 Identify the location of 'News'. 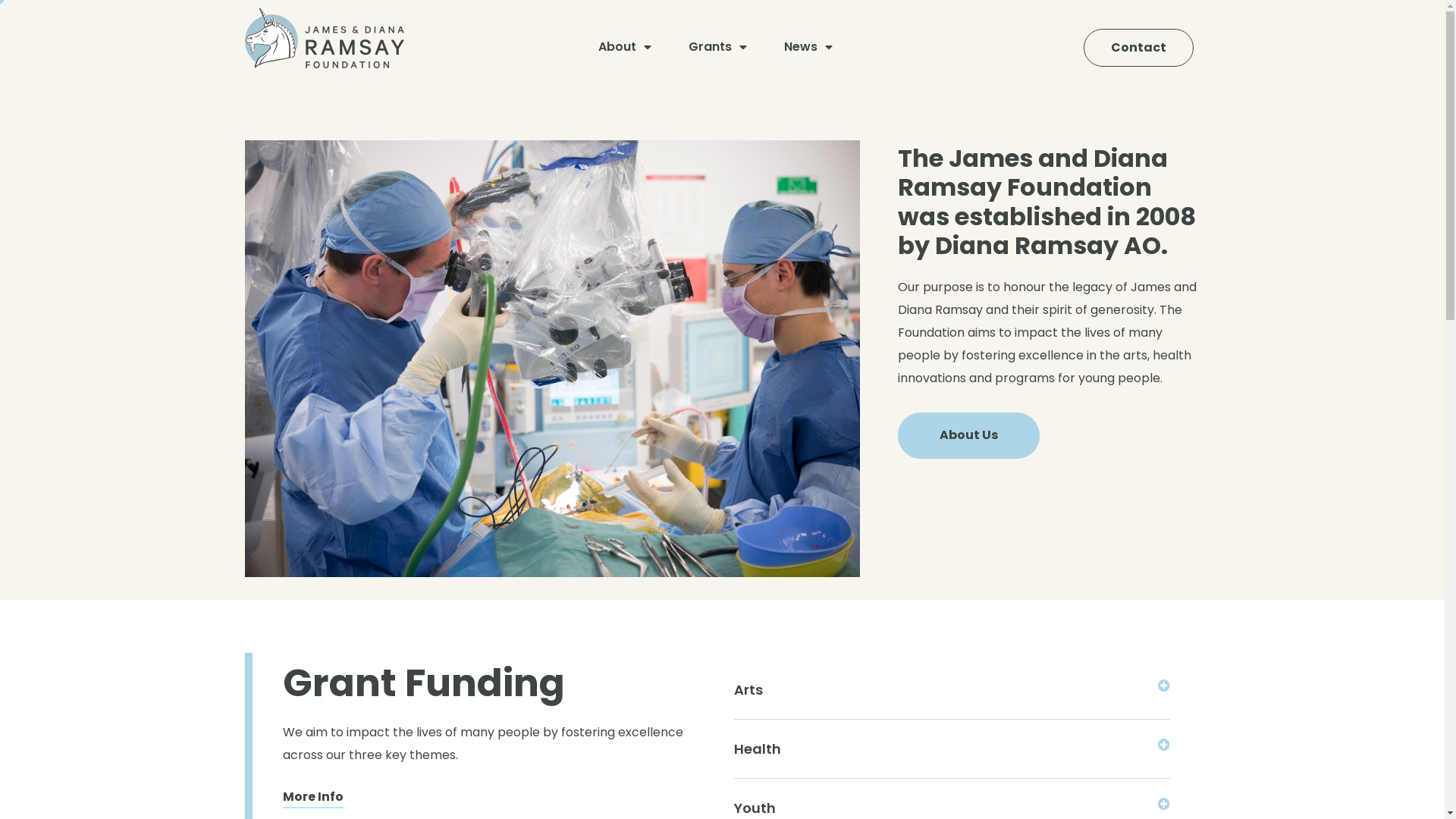
(807, 45).